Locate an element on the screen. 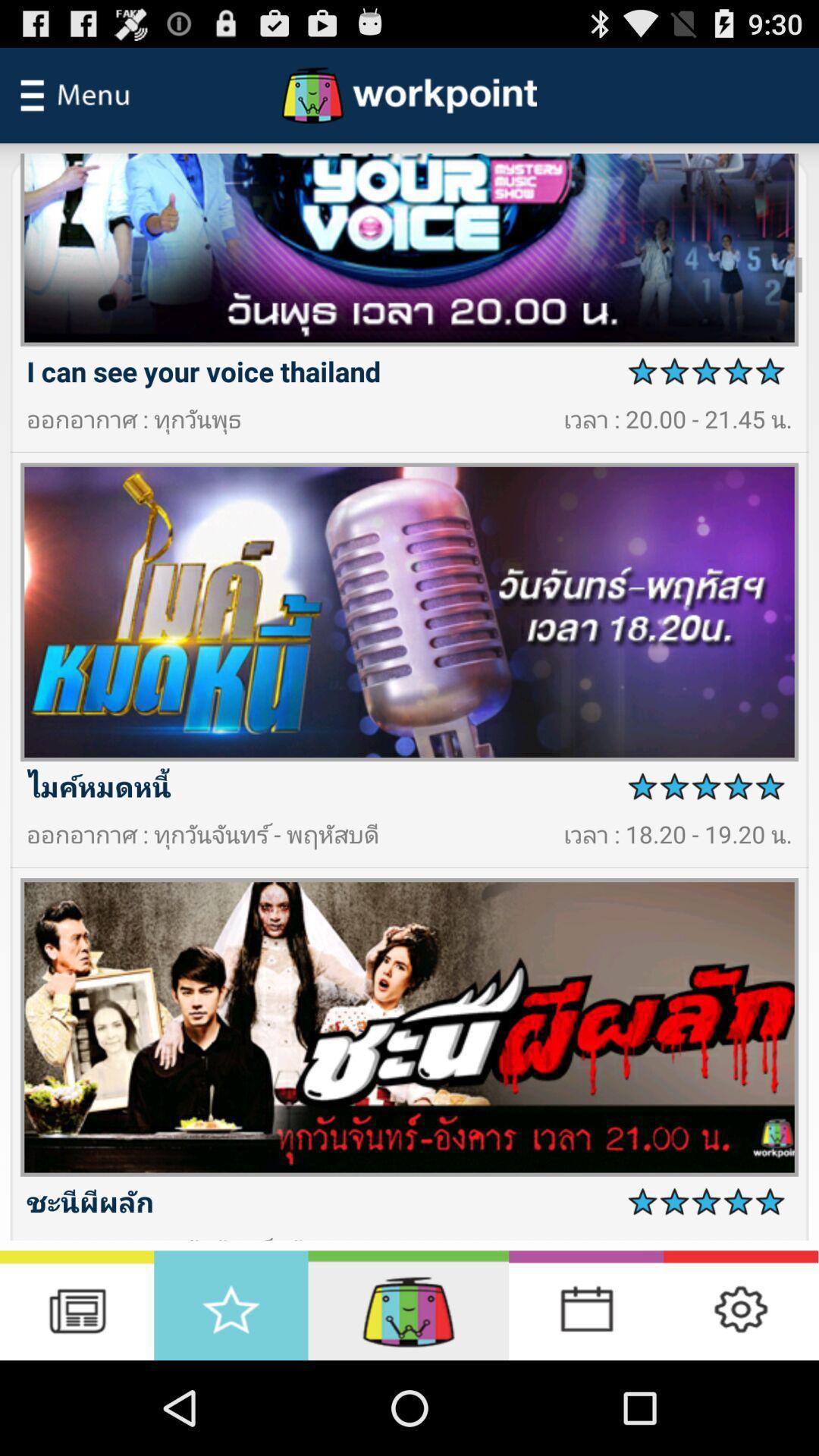 This screenshot has height=1456, width=819. open calendar is located at coordinates (585, 1304).